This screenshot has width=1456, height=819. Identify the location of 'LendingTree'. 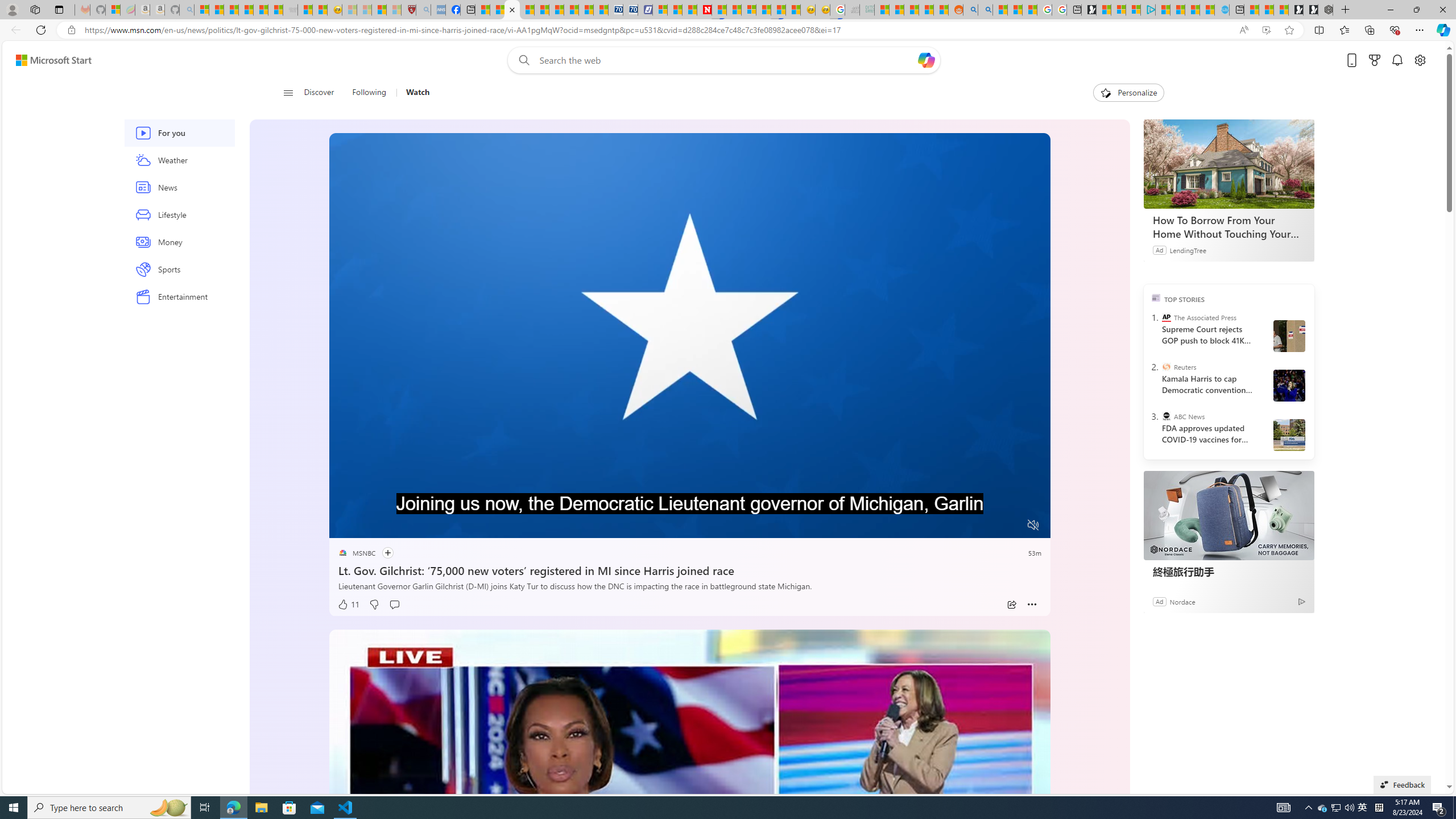
(1187, 249).